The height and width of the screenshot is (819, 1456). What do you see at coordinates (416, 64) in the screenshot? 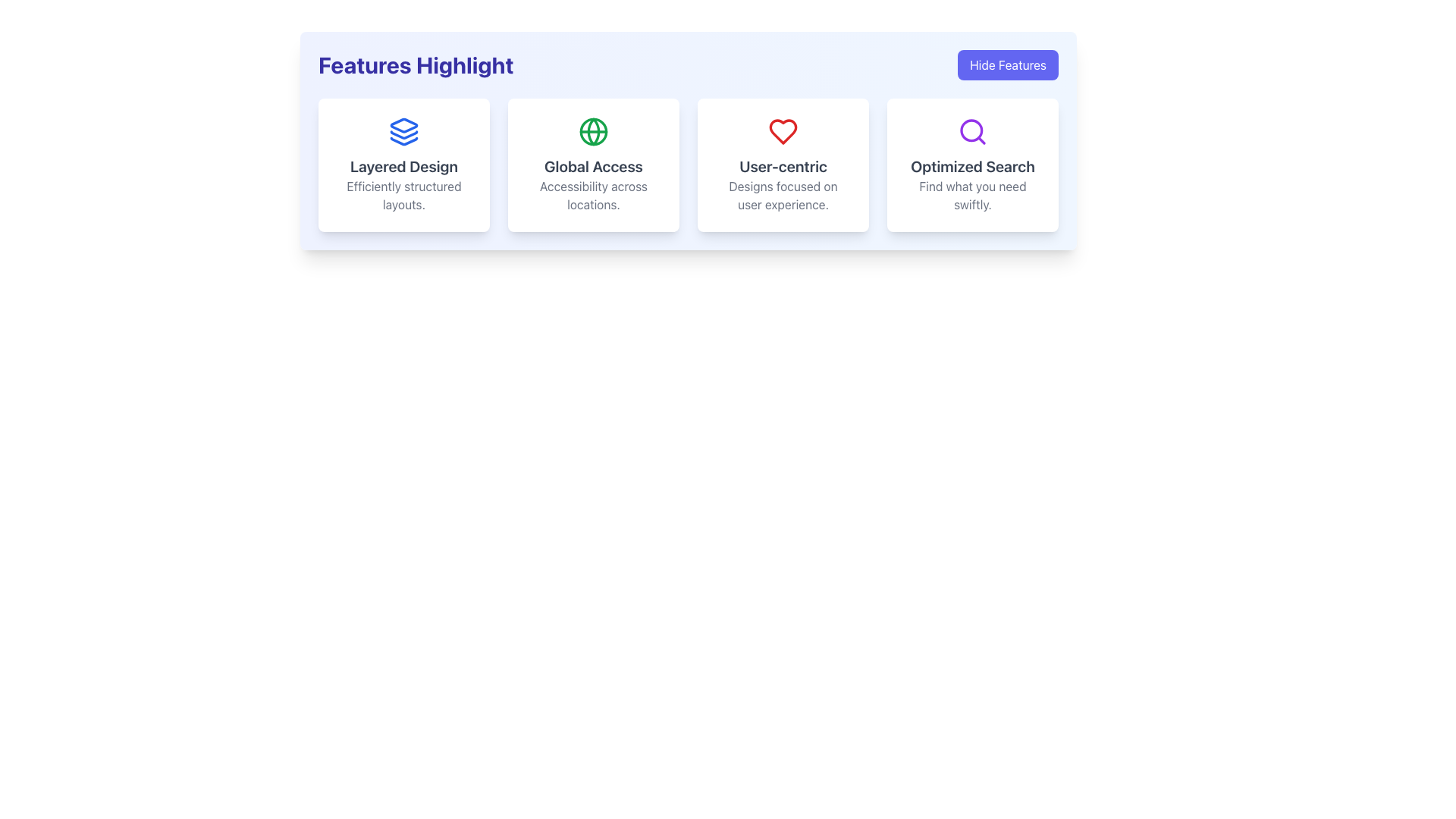
I see `the header text element labeled 'Features Highlight', which is positioned to the left of the 'Hide Features' button` at bounding box center [416, 64].